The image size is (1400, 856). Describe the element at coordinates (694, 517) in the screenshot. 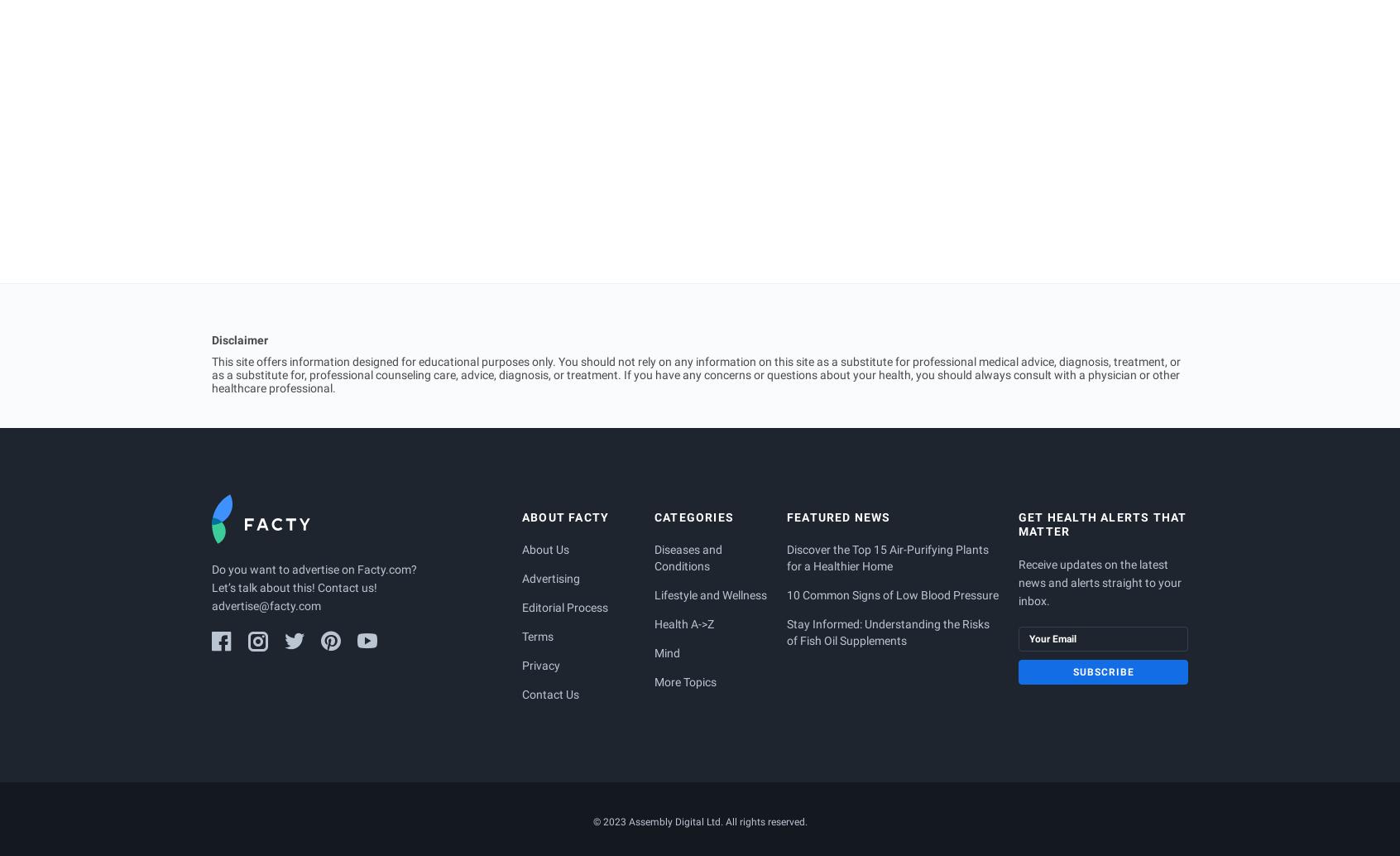

I see `'Categories'` at that location.